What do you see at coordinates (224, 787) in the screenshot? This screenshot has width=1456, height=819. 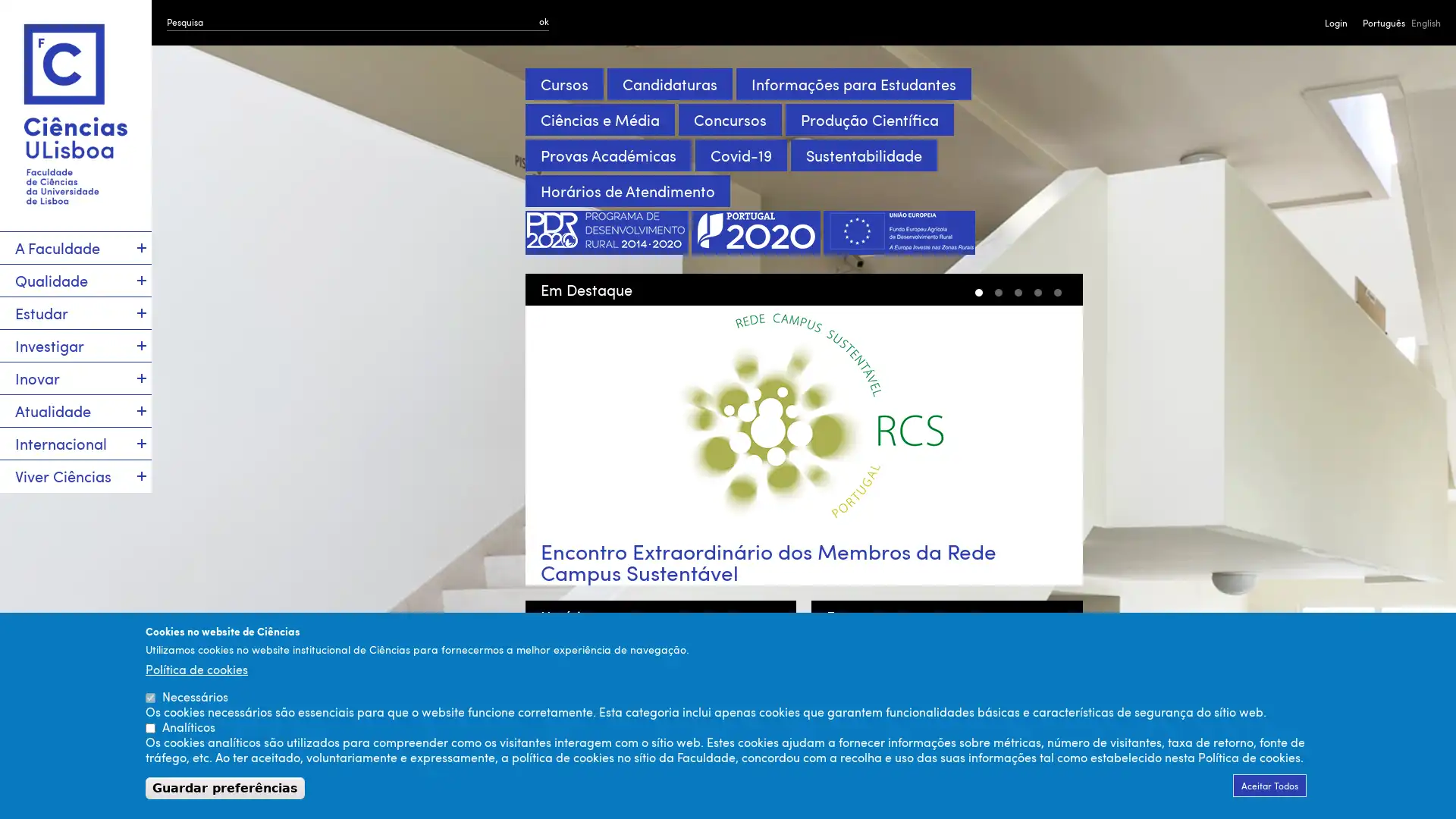 I see `Guardar preferencias` at bounding box center [224, 787].